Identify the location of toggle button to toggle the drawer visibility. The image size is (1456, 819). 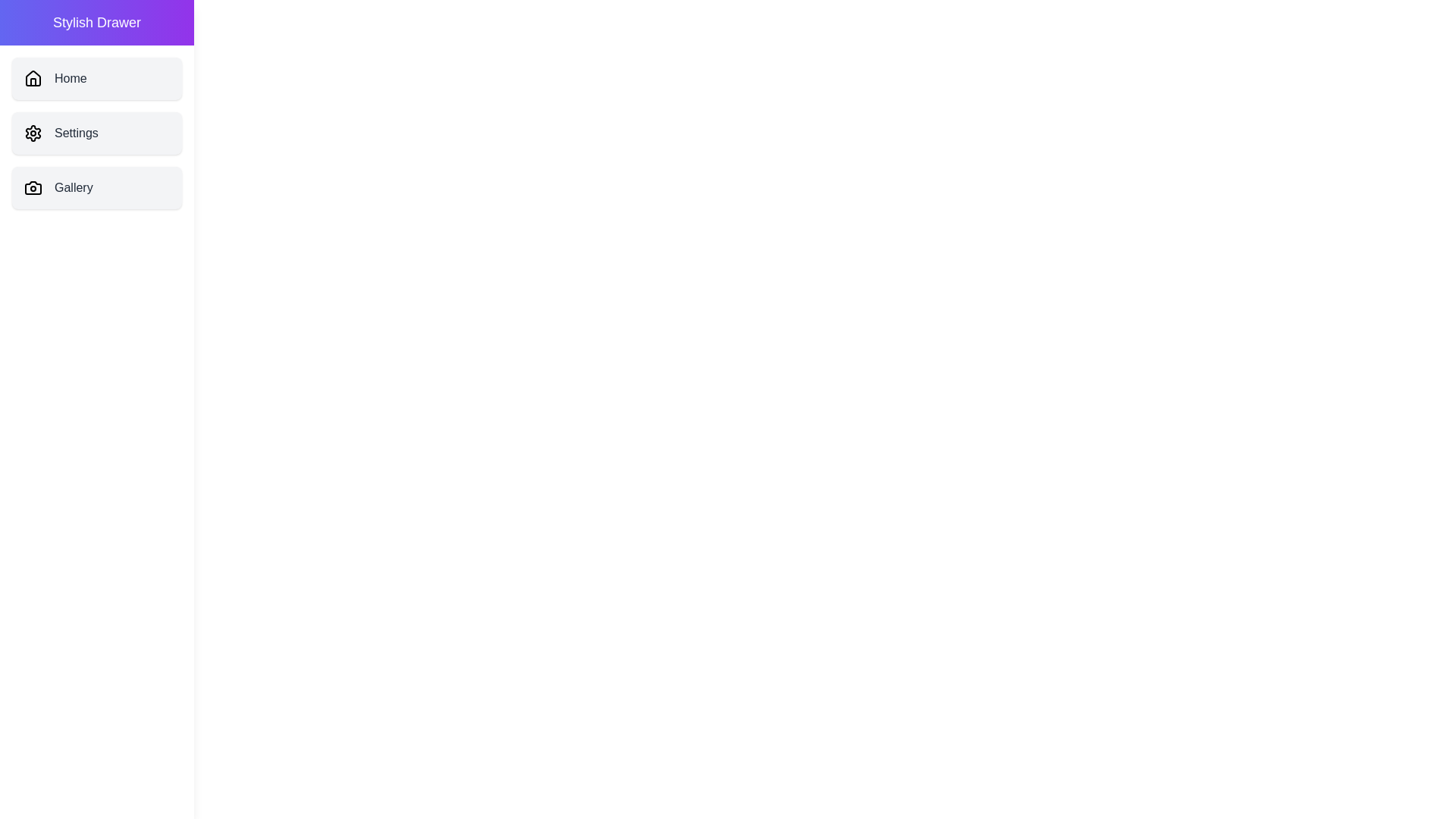
(30, 30).